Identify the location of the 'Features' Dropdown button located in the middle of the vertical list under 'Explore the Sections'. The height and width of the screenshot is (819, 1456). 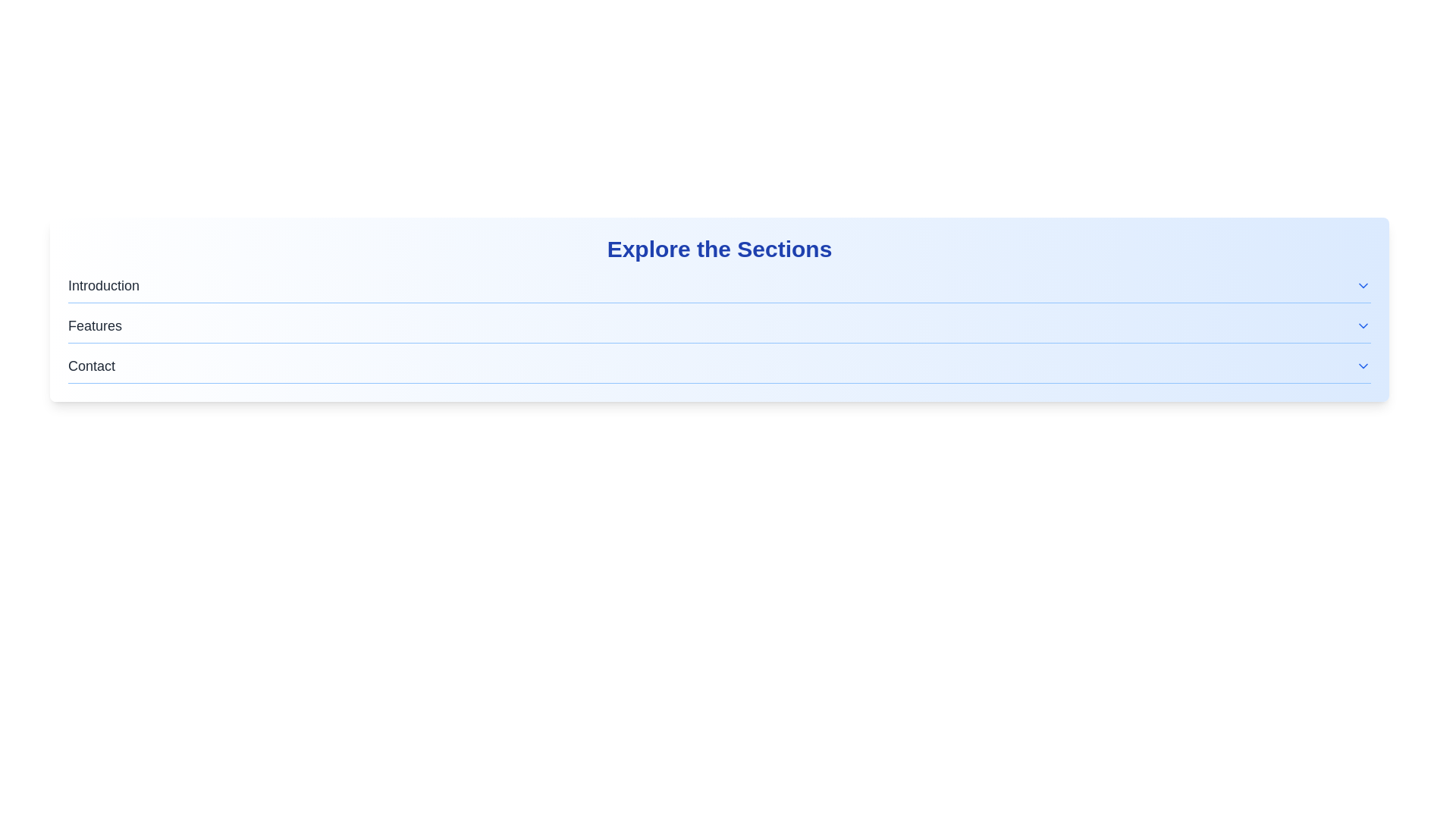
(719, 325).